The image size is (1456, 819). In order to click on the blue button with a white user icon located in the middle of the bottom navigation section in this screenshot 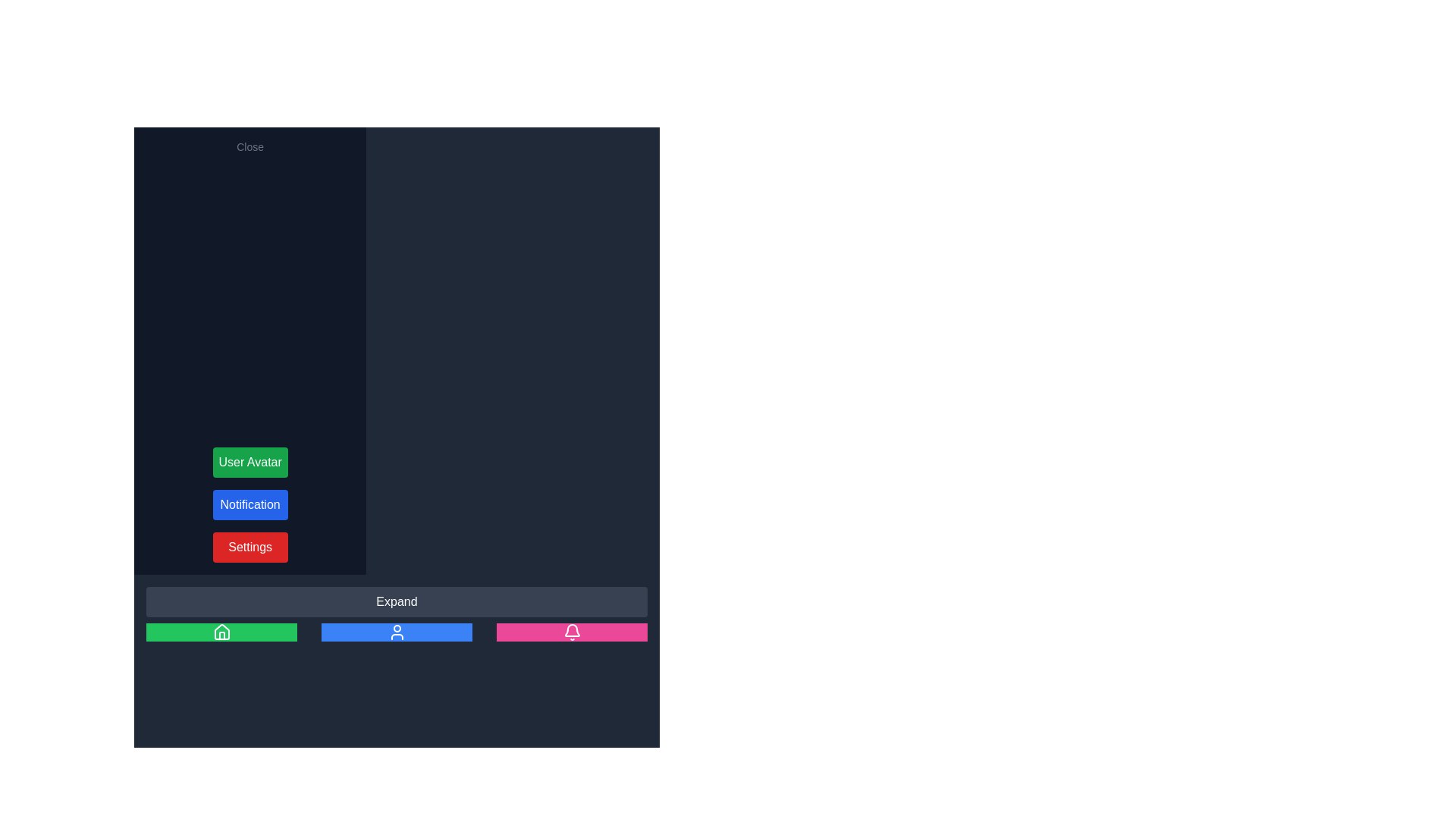, I will do `click(397, 632)`.